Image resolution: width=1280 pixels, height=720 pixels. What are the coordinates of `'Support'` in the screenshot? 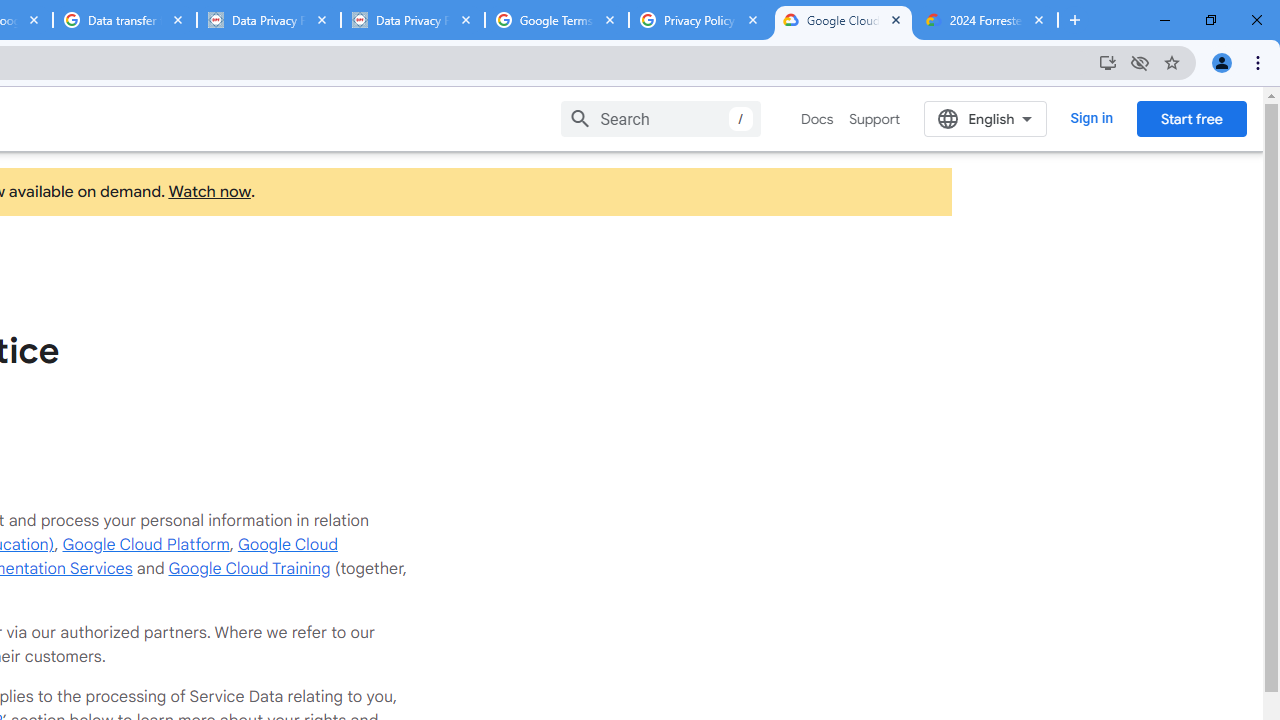 It's located at (874, 119).